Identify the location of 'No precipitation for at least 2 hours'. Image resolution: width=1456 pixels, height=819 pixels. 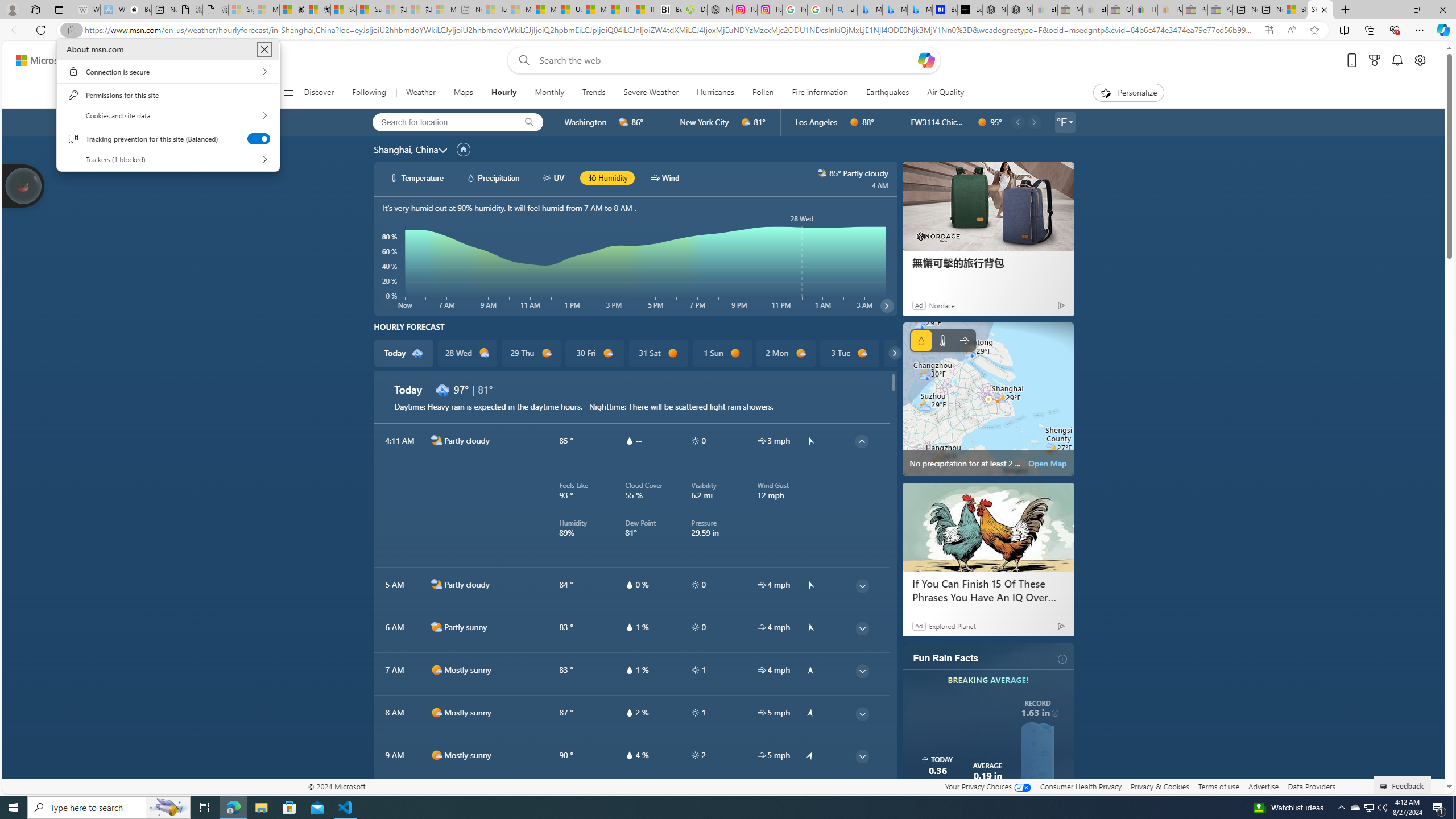
(988, 399).